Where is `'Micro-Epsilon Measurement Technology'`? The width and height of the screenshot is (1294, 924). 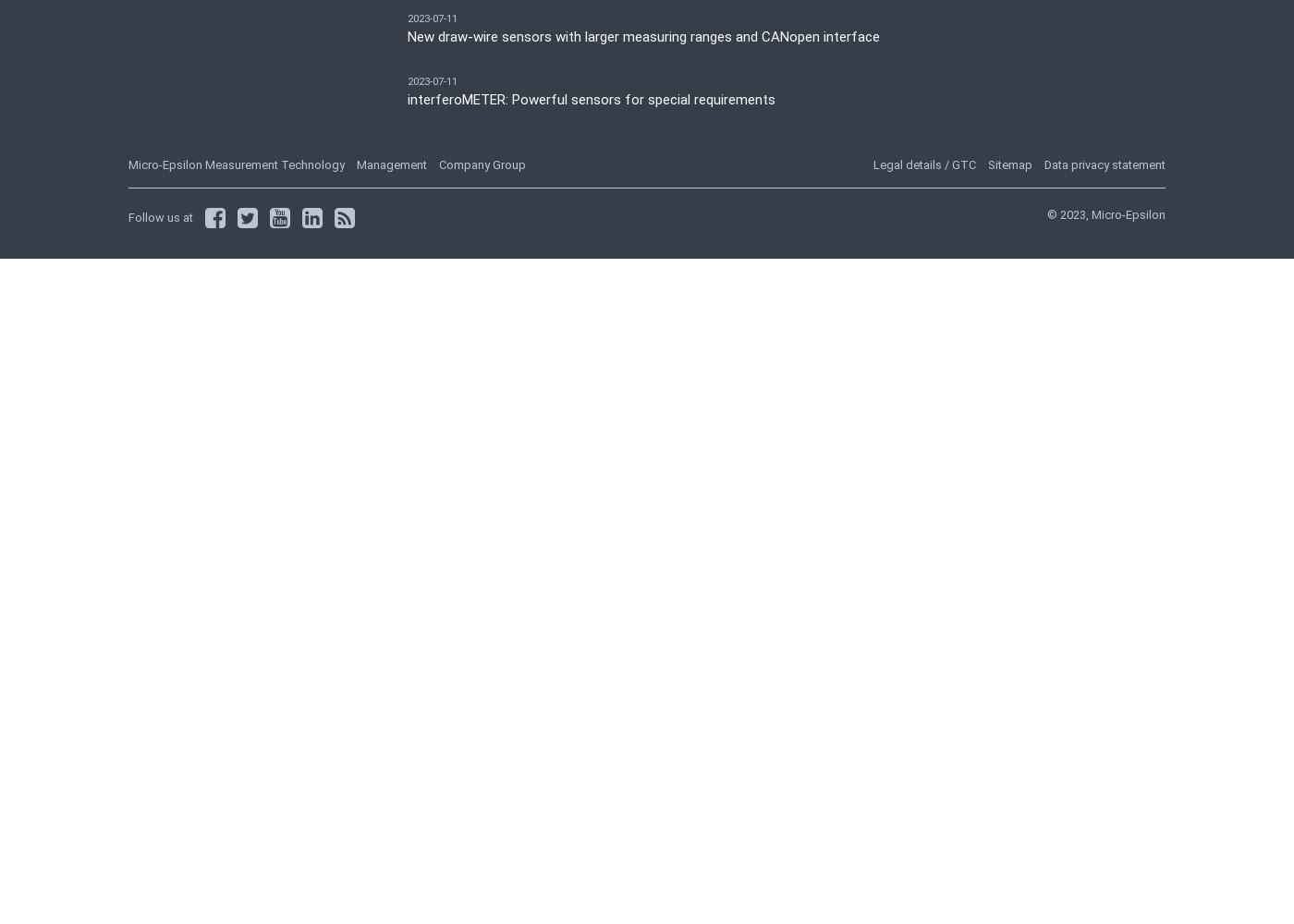
'Micro-Epsilon Measurement Technology' is located at coordinates (237, 164).